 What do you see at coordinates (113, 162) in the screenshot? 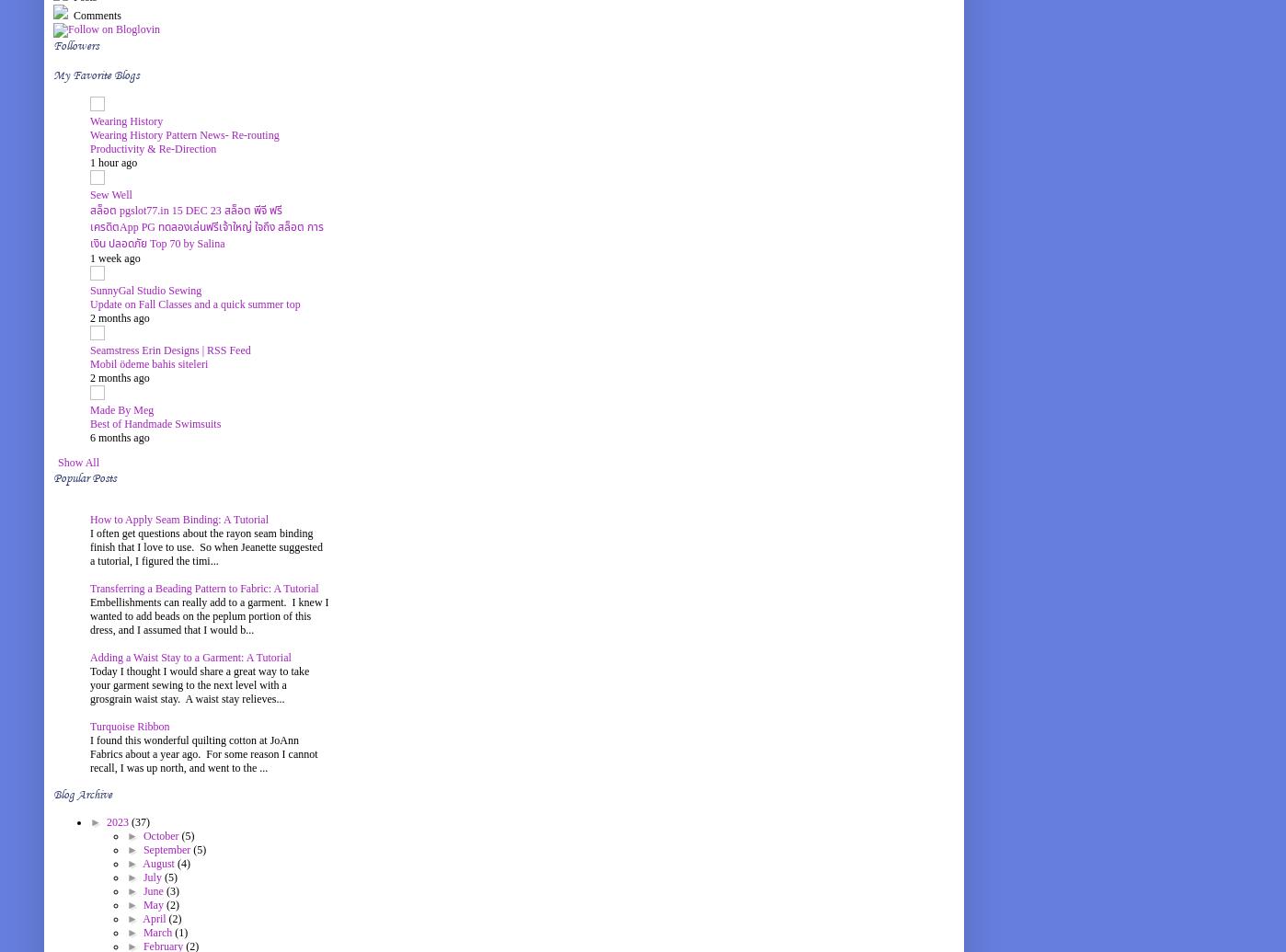
I see `'1 hour ago'` at bounding box center [113, 162].